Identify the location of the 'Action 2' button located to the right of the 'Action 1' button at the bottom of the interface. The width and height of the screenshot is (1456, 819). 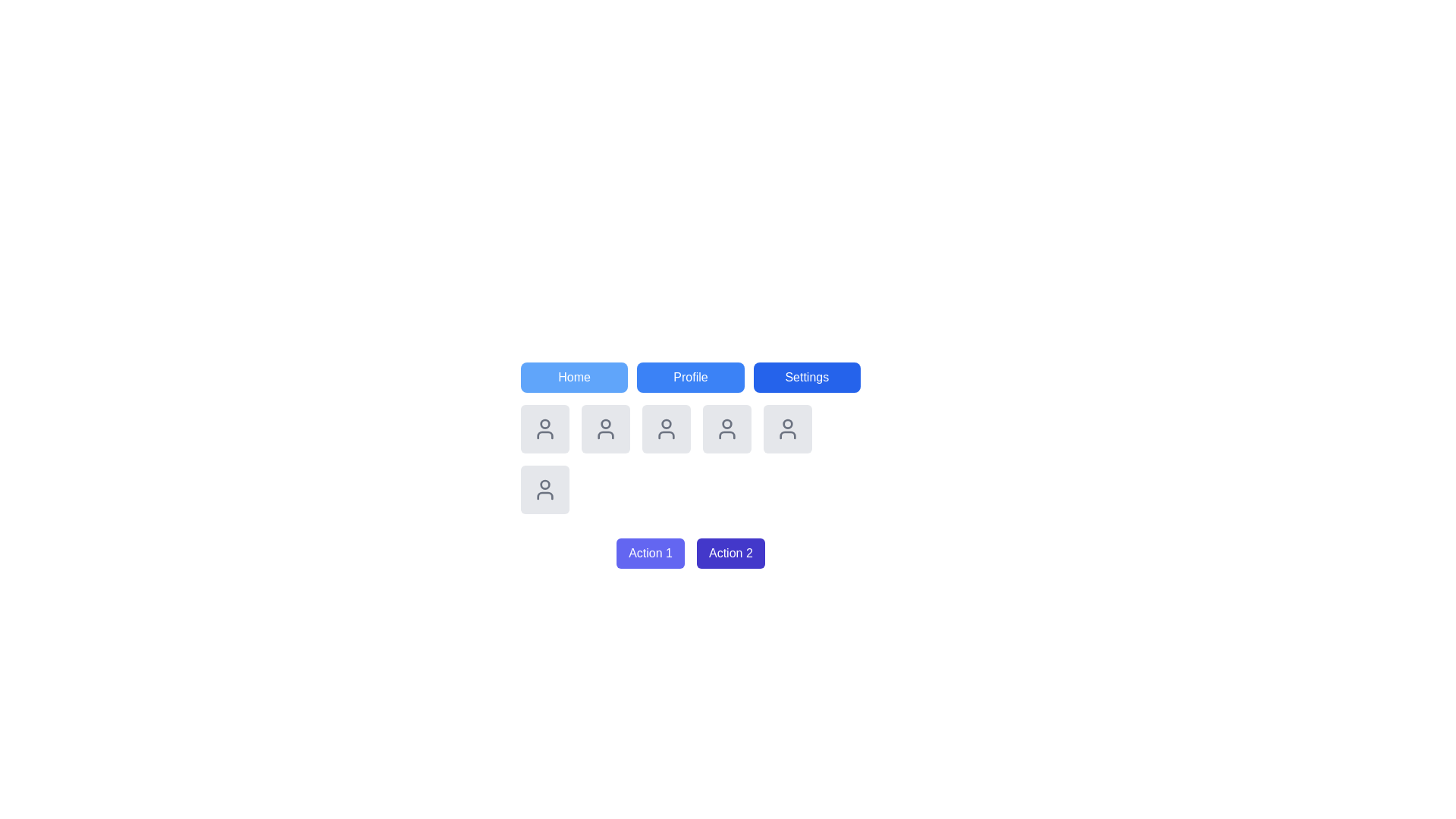
(730, 553).